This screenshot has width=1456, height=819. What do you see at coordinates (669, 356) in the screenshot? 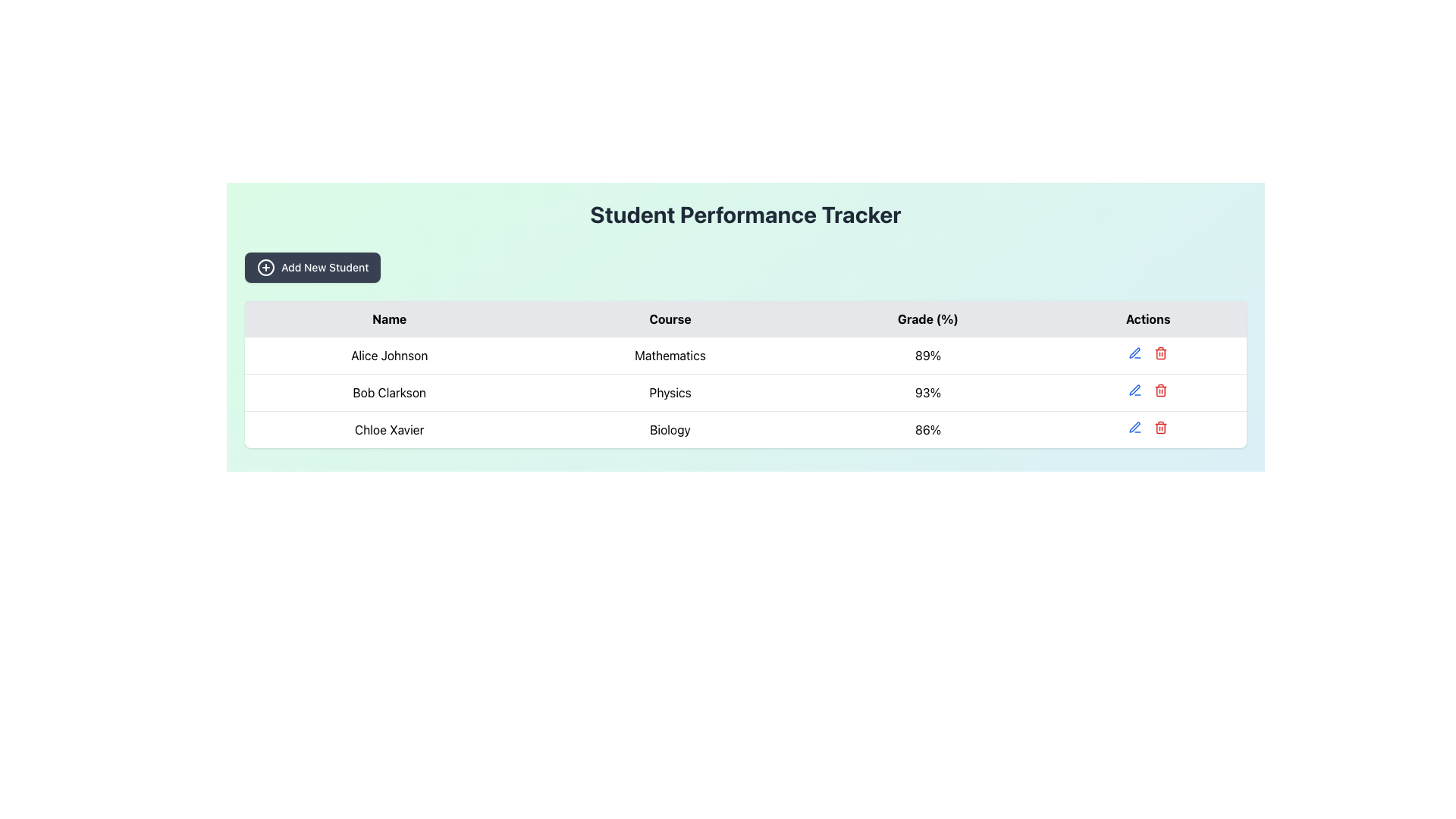
I see `the text label displaying 'Mathematics' located in the second column under the 'Course' header in the row for 'Alice Johnson'` at bounding box center [669, 356].